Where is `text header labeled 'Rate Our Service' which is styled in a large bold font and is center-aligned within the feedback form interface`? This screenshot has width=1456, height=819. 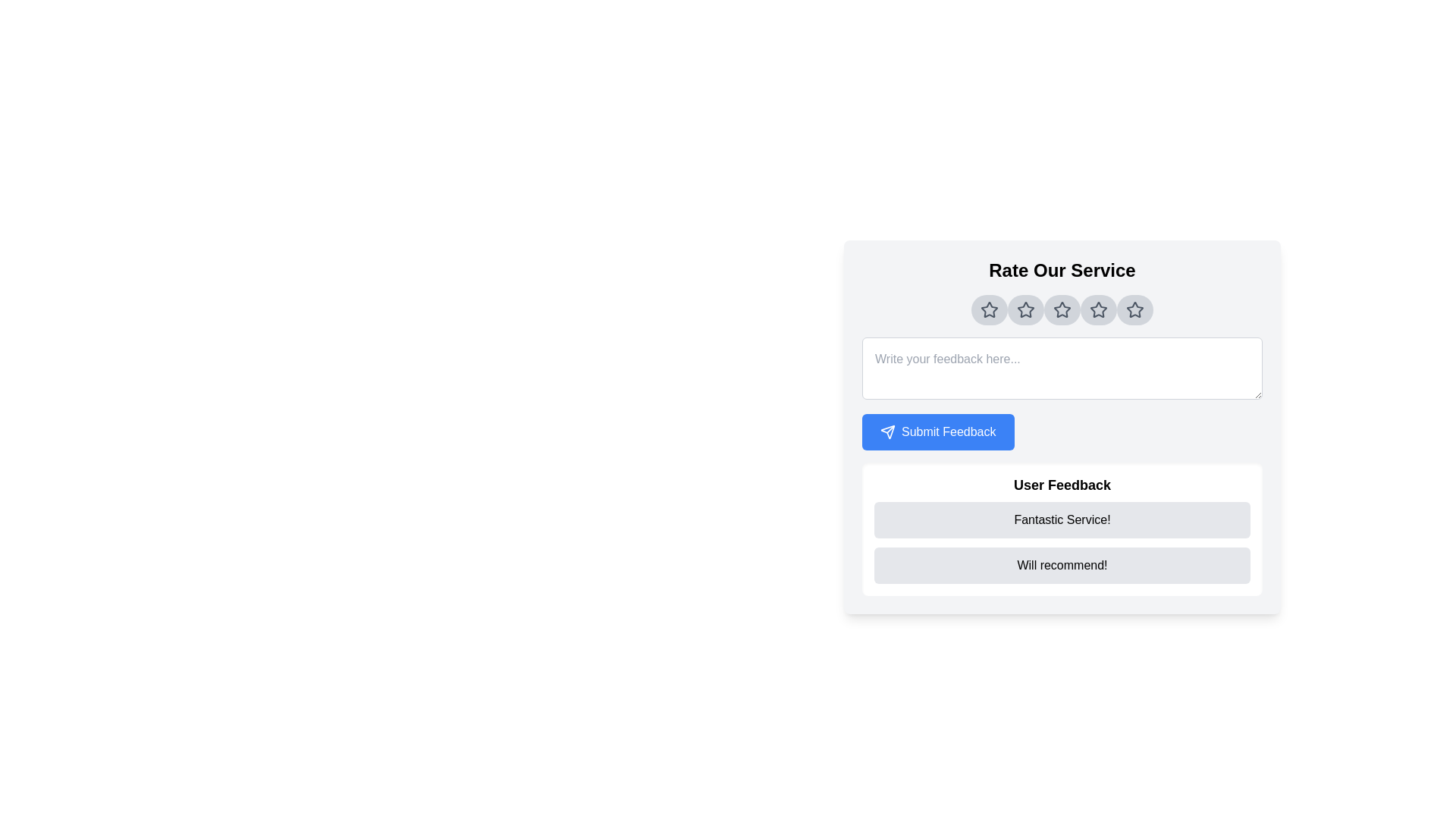
text header labeled 'Rate Our Service' which is styled in a large bold font and is center-aligned within the feedback form interface is located at coordinates (1062, 270).